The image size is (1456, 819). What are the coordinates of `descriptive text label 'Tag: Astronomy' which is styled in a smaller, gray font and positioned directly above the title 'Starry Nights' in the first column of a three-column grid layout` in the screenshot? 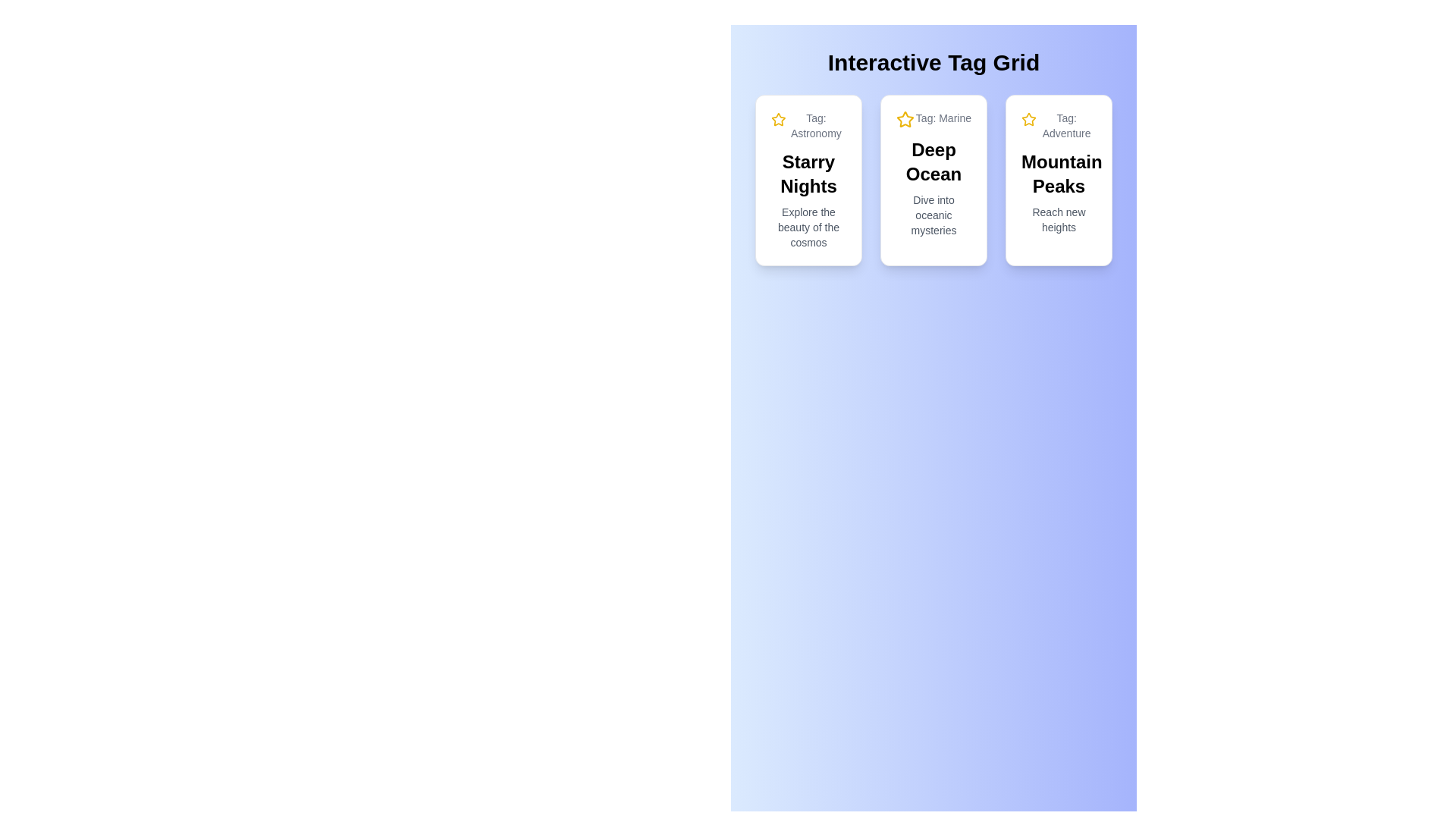 It's located at (815, 124).